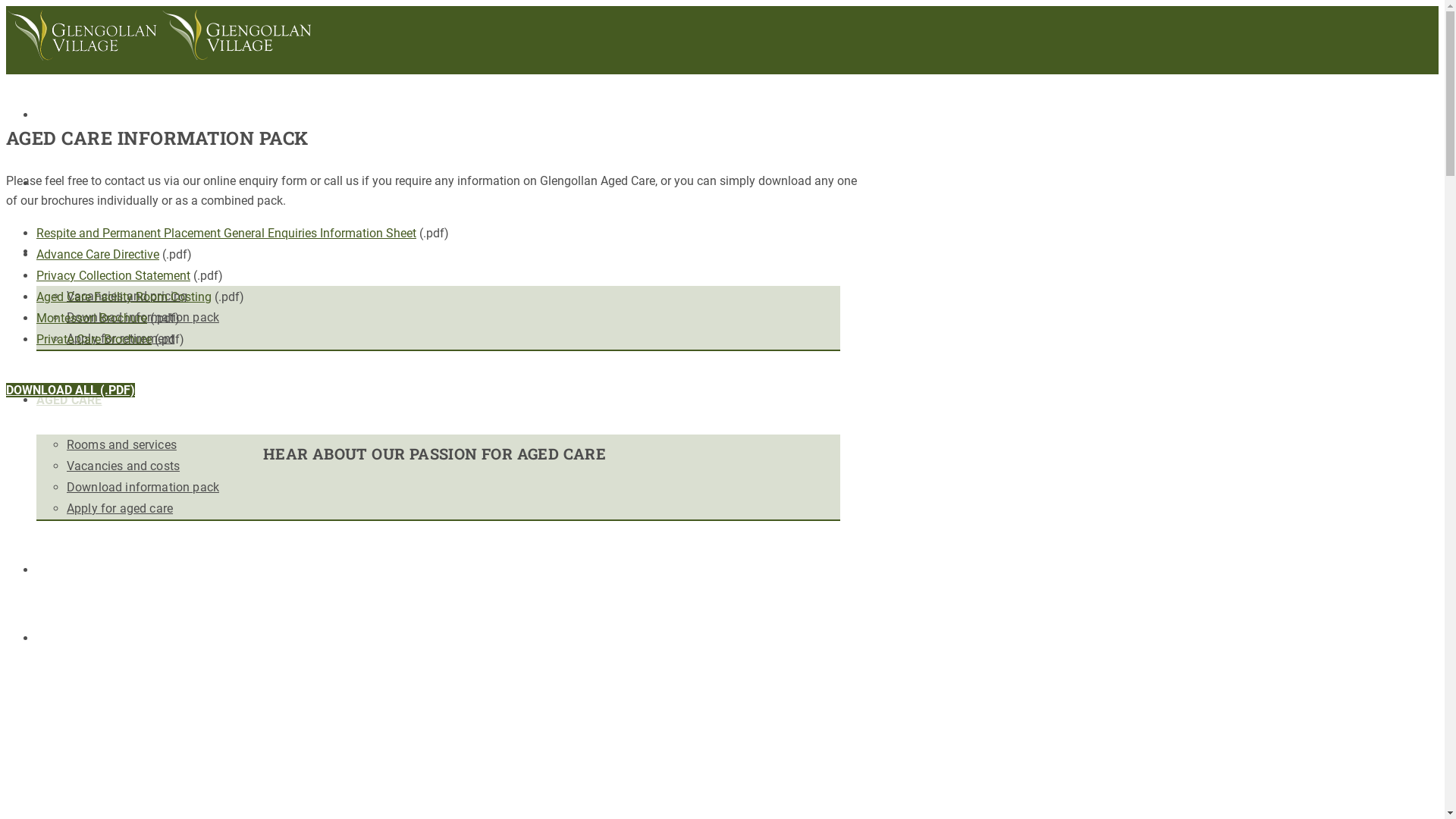 This screenshot has width=1456, height=819. What do you see at coordinates (93, 338) in the screenshot?
I see `'Private Care Brochure'` at bounding box center [93, 338].